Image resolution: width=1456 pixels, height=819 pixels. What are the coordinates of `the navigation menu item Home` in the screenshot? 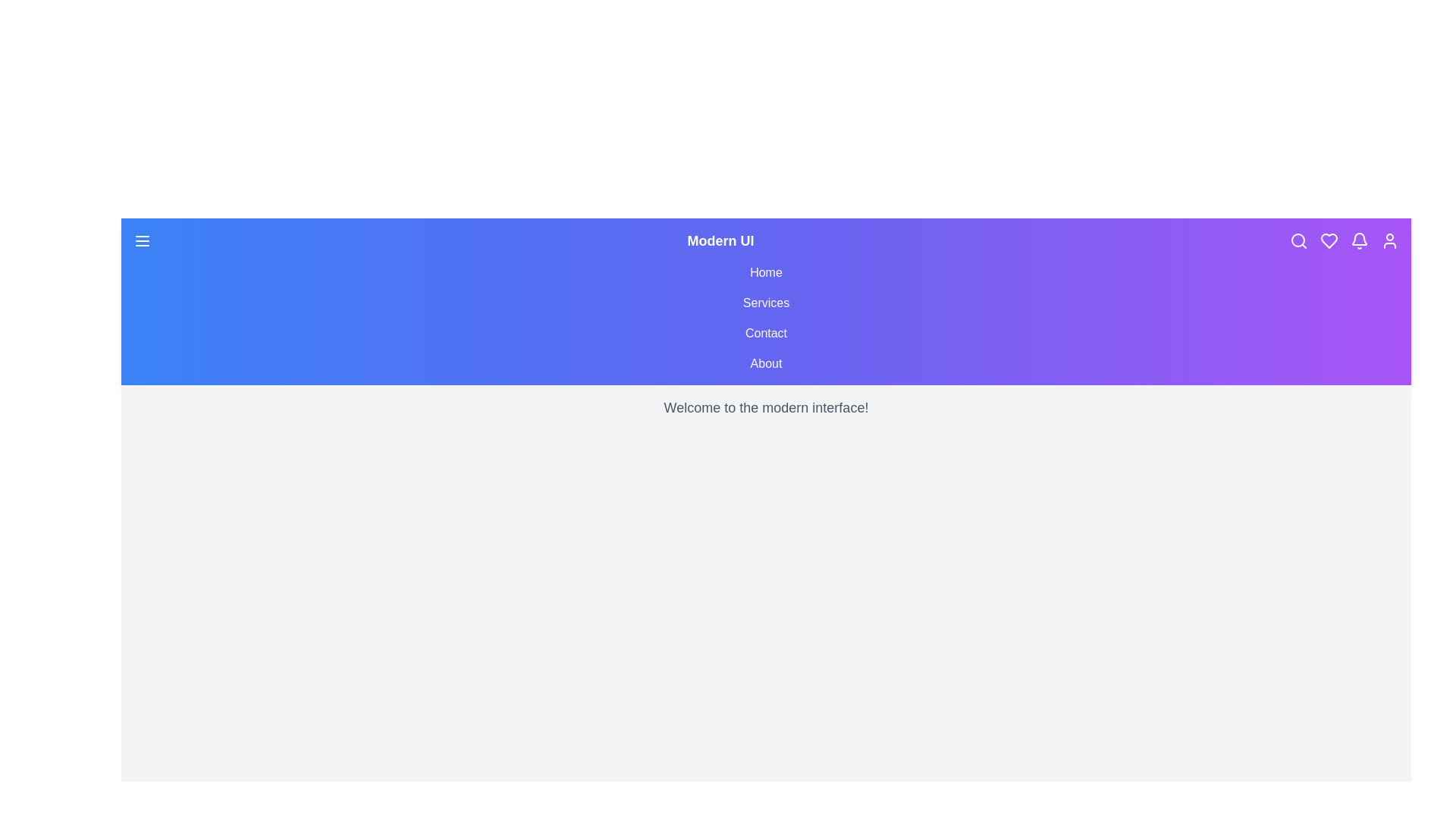 It's located at (766, 271).